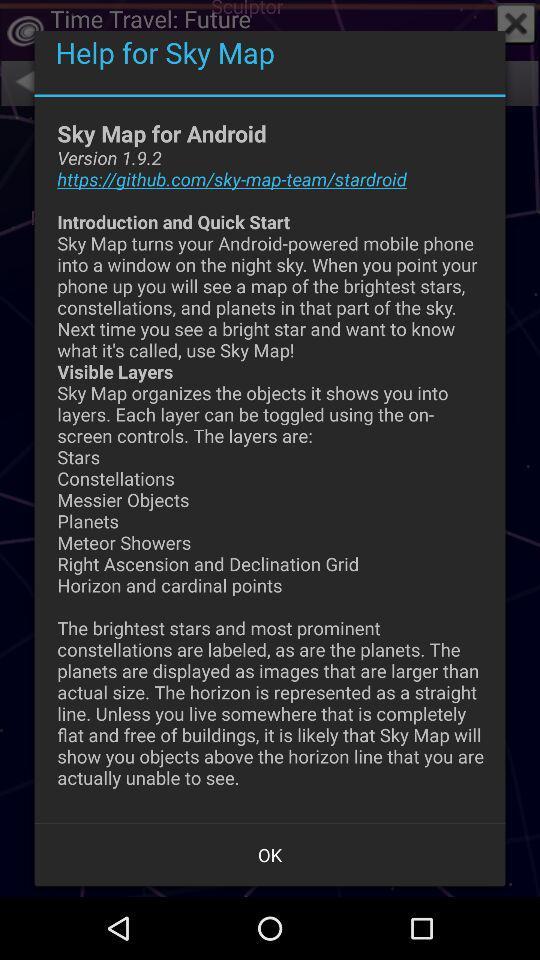  Describe the element at coordinates (270, 853) in the screenshot. I see `app below sky map for` at that location.